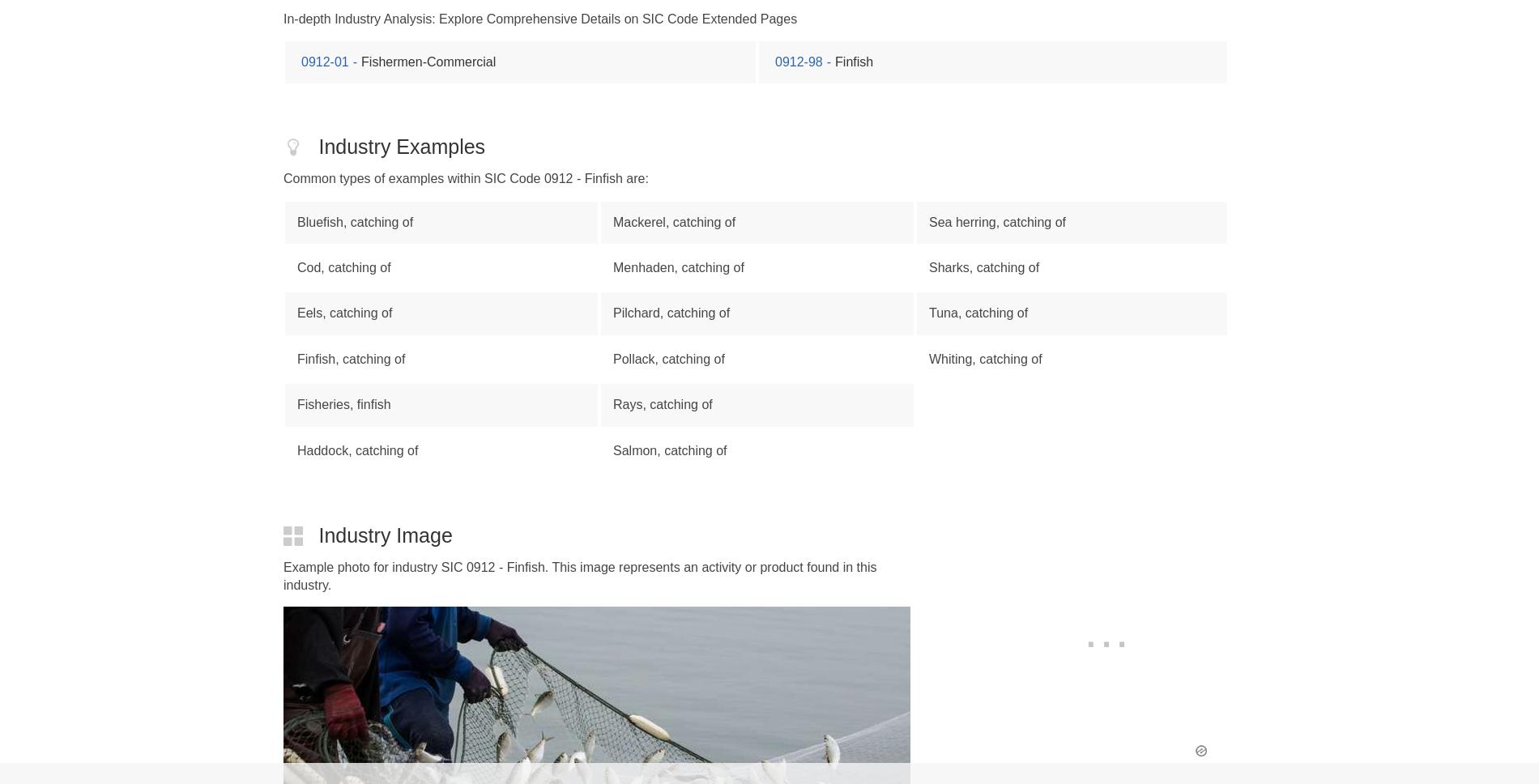  What do you see at coordinates (343, 267) in the screenshot?
I see `'Cod, catching of'` at bounding box center [343, 267].